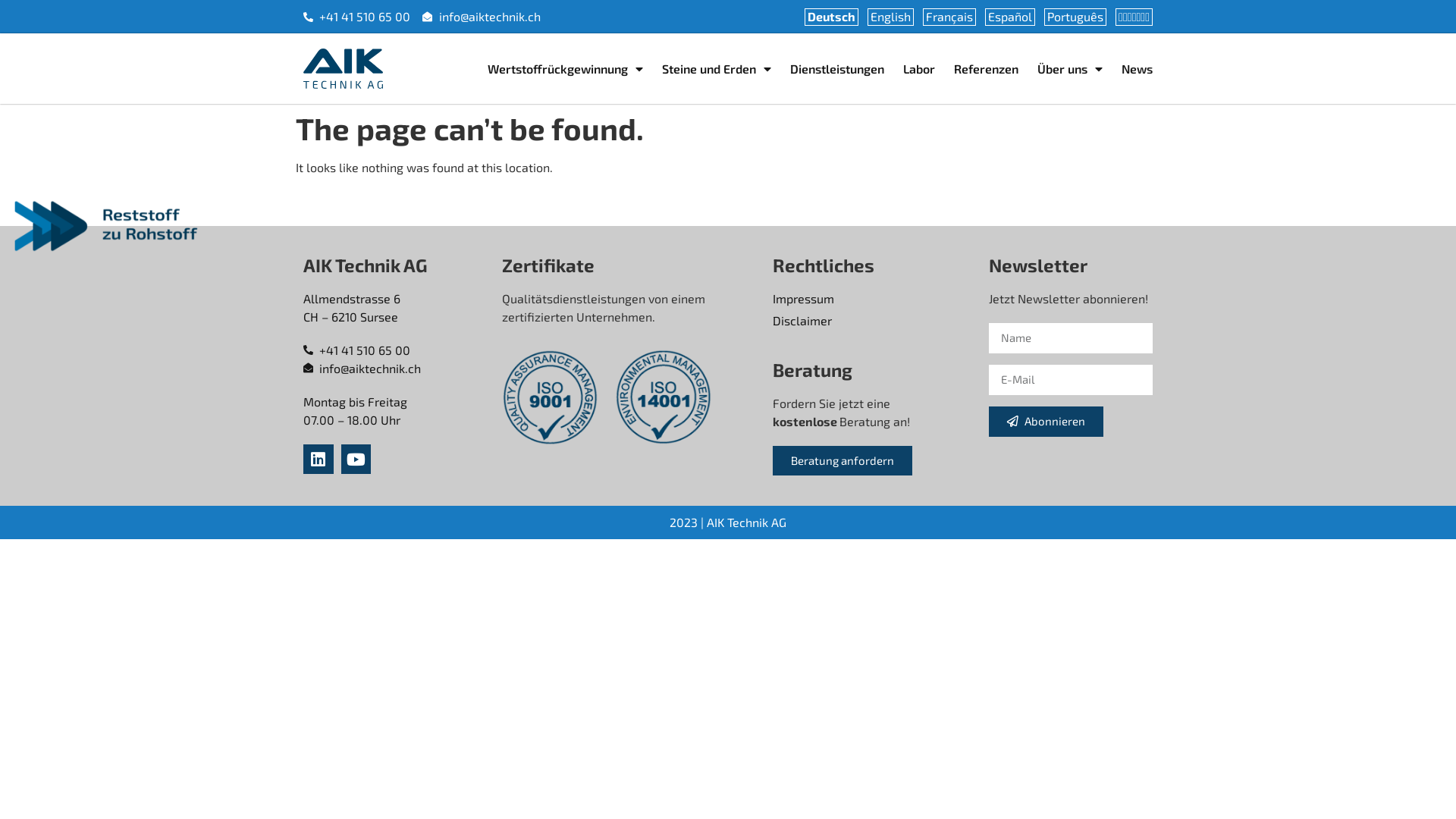 The image size is (1456, 819). Describe the element at coordinates (989, 421) in the screenshot. I see `'Abonnieren'` at that location.